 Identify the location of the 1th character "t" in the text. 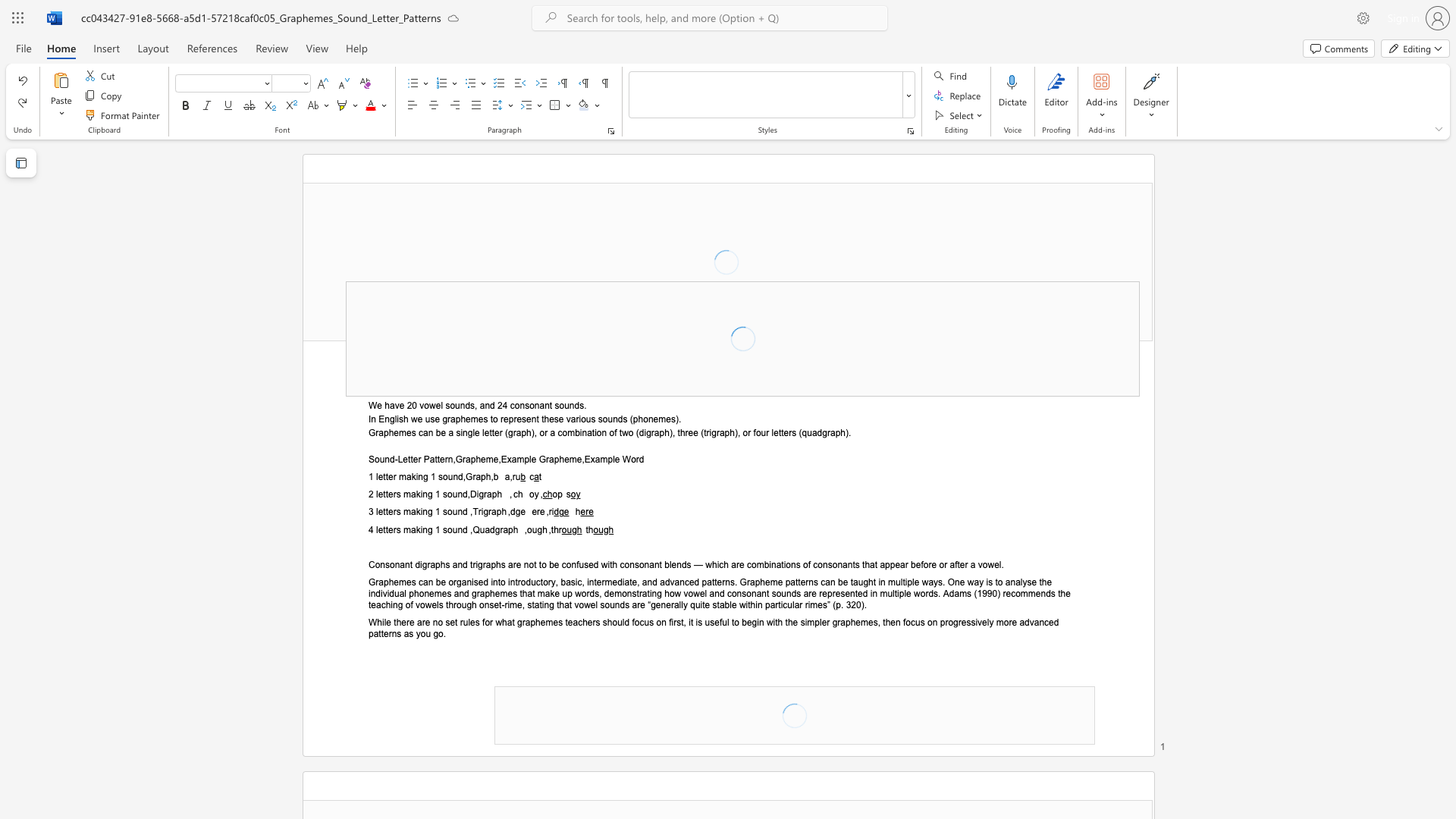
(491, 432).